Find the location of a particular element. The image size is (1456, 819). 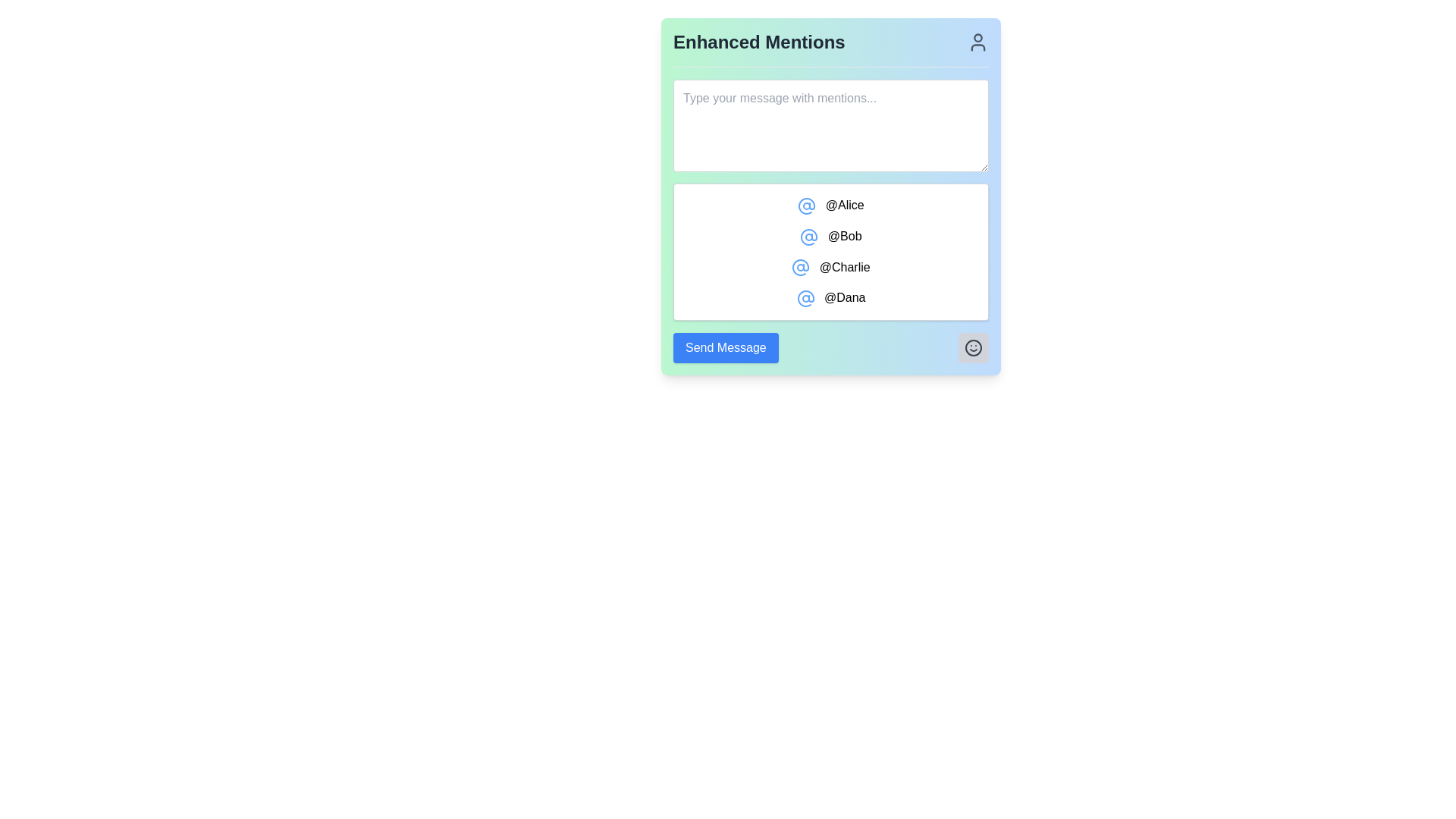

circular node of the smiley face icon located in the bottom-right corner of the 'Enhanced Mentions' dialog box for debugging purposes is located at coordinates (973, 348).